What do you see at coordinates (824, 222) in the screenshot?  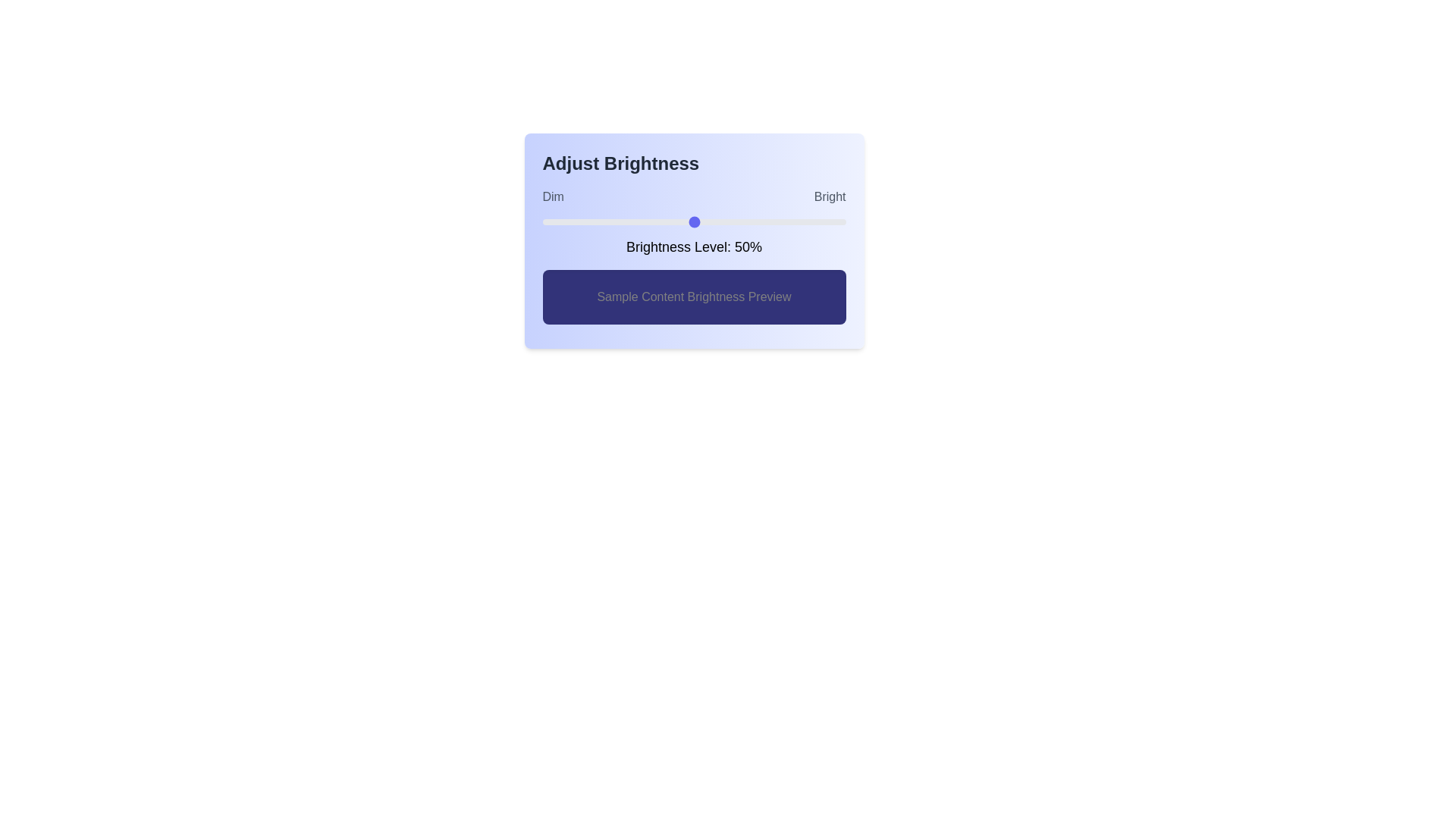 I see `the brightness level to 93% by dragging the slider` at bounding box center [824, 222].